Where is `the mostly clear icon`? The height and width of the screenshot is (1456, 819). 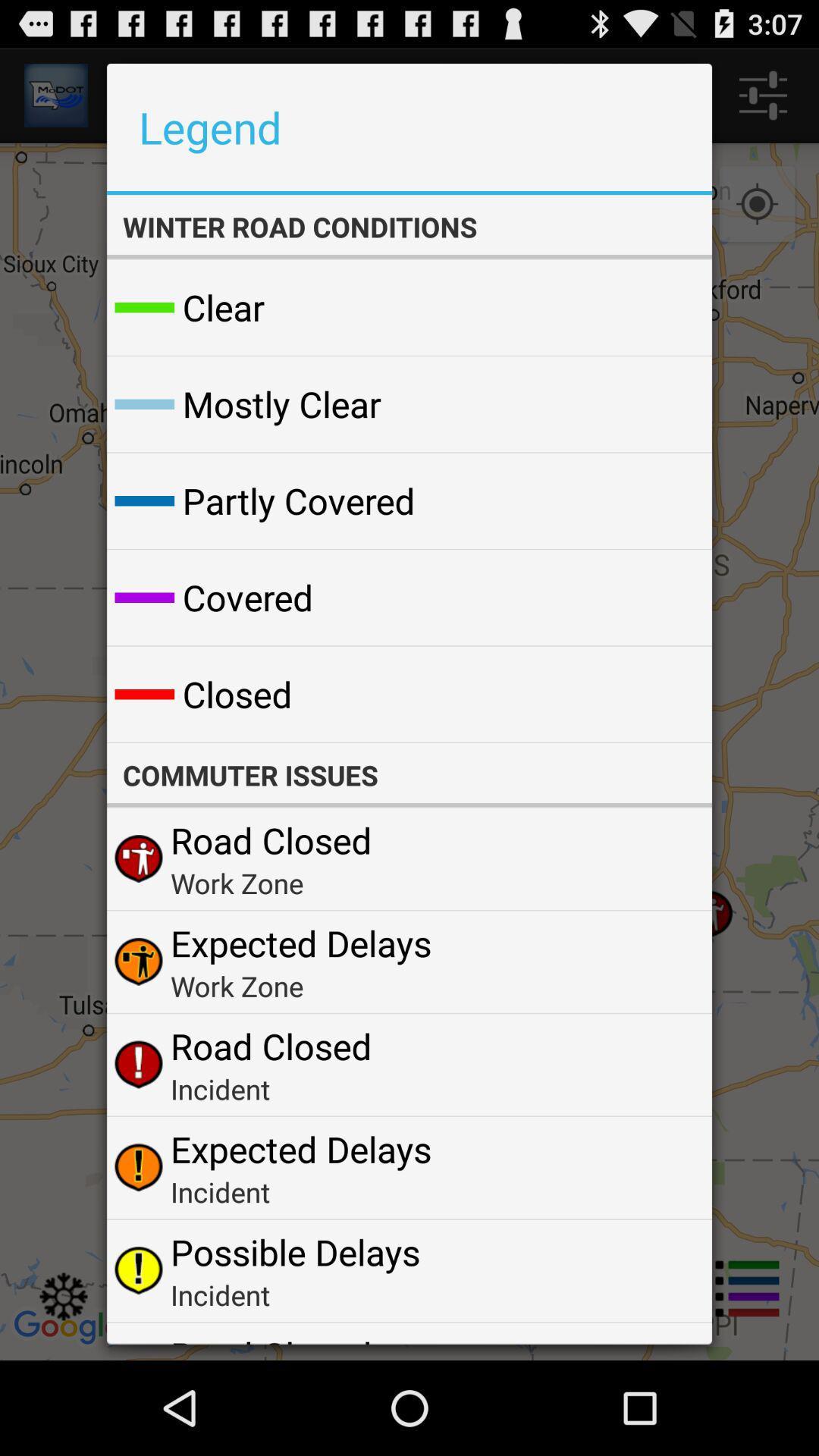
the mostly clear icon is located at coordinates (281, 403).